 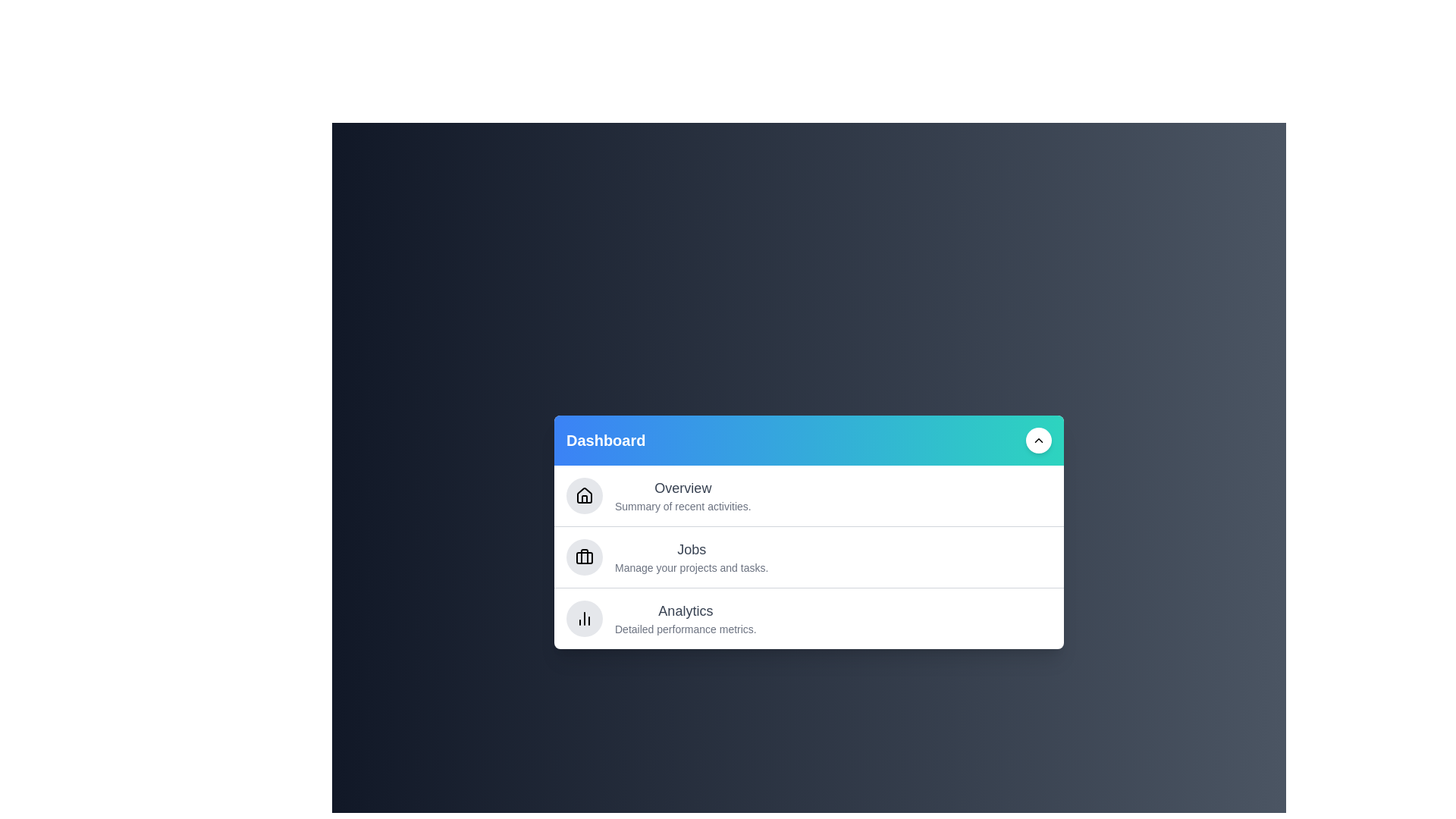 I want to click on button with the chevron icon to toggle the panel's visibility, so click(x=1037, y=441).